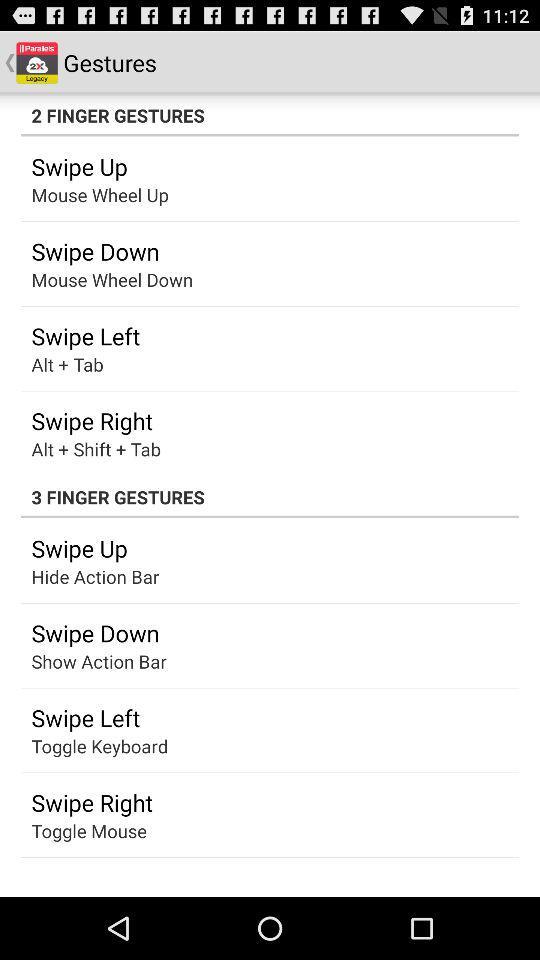  Describe the element at coordinates (98, 745) in the screenshot. I see `item above the swipe right icon` at that location.